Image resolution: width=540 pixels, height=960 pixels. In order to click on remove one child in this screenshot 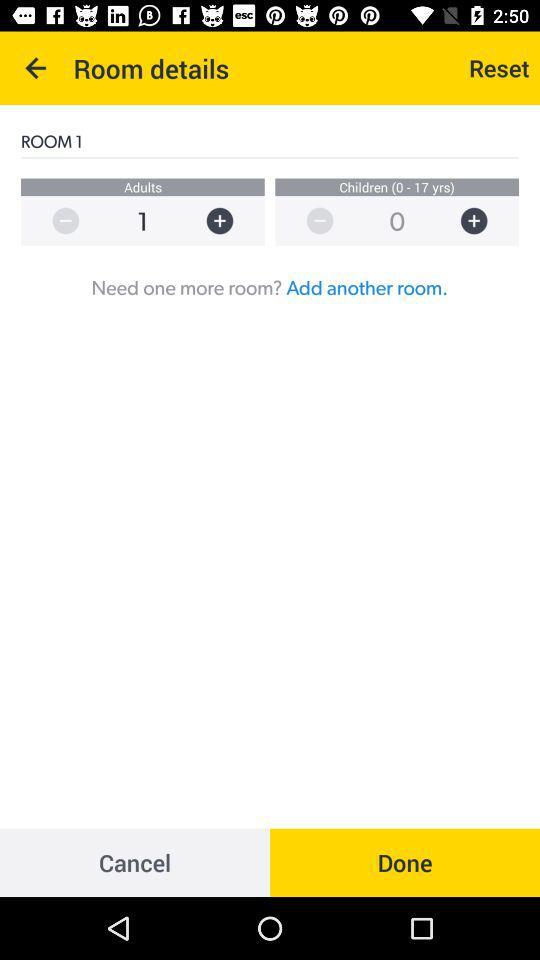, I will do `click(310, 221)`.